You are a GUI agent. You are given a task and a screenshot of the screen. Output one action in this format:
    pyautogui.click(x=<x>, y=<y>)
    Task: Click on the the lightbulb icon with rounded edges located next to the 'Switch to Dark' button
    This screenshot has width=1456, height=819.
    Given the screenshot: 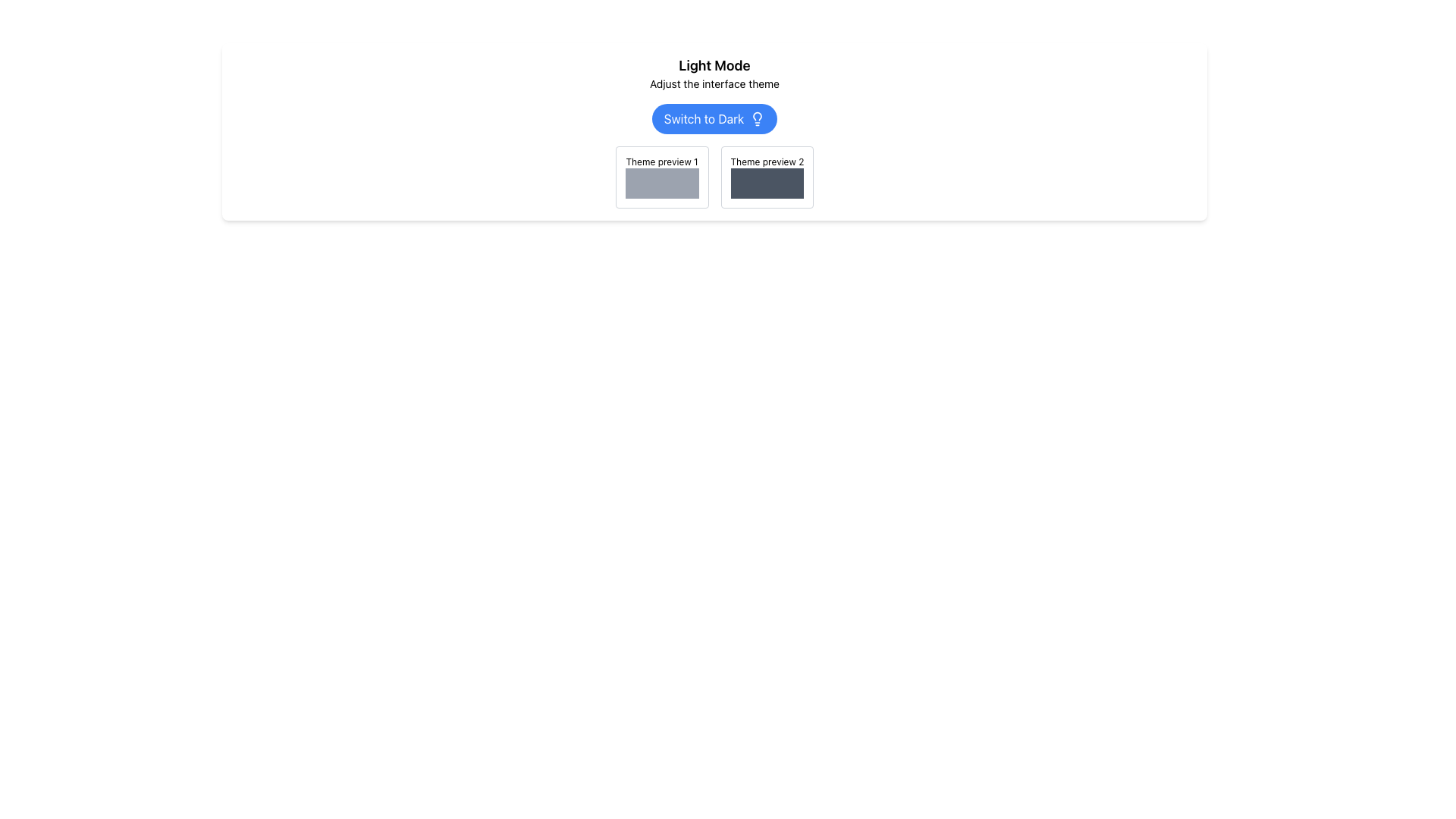 What is the action you would take?
    pyautogui.click(x=758, y=118)
    